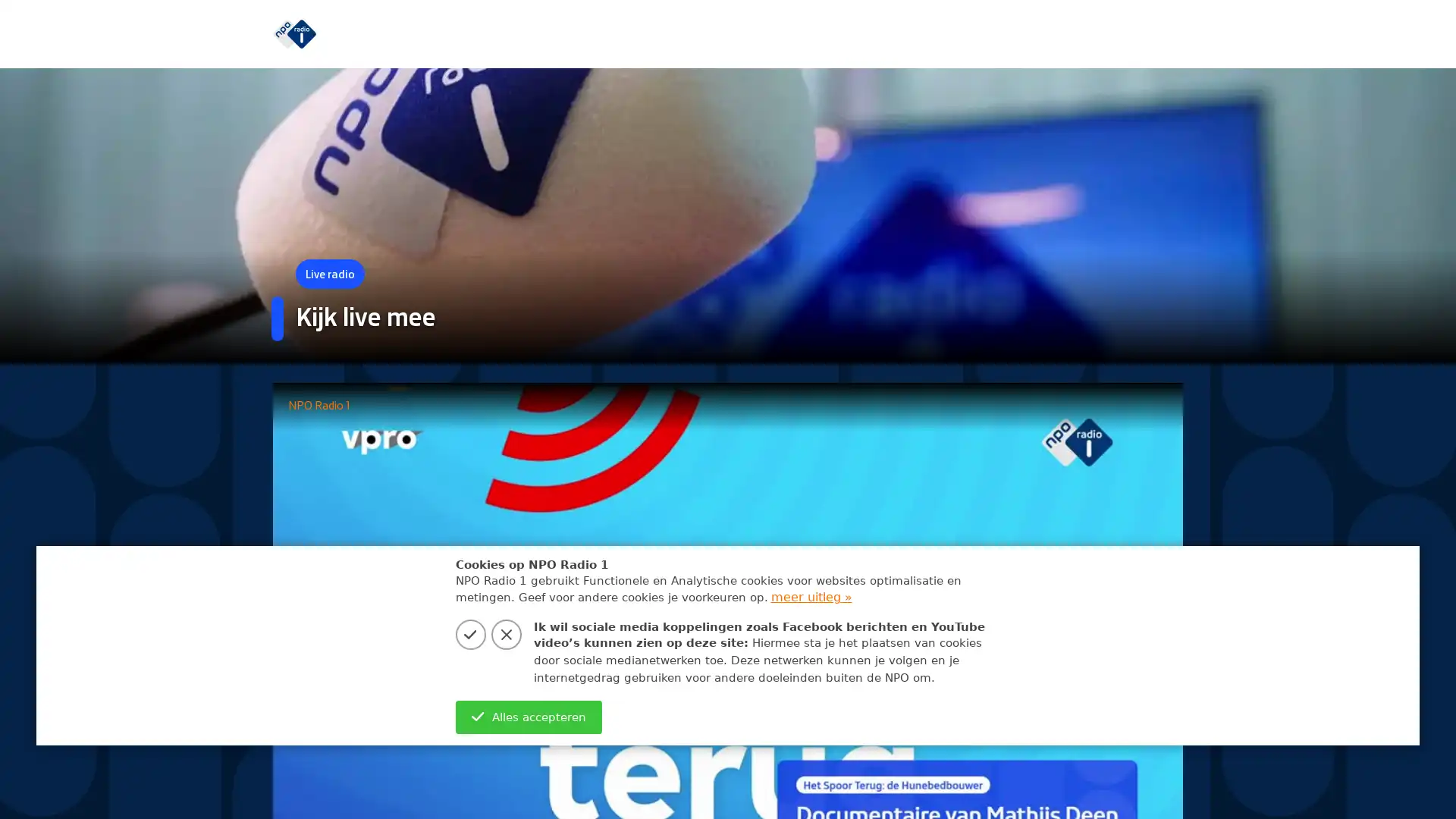  I want to click on zoeken, so click(1167, 33).